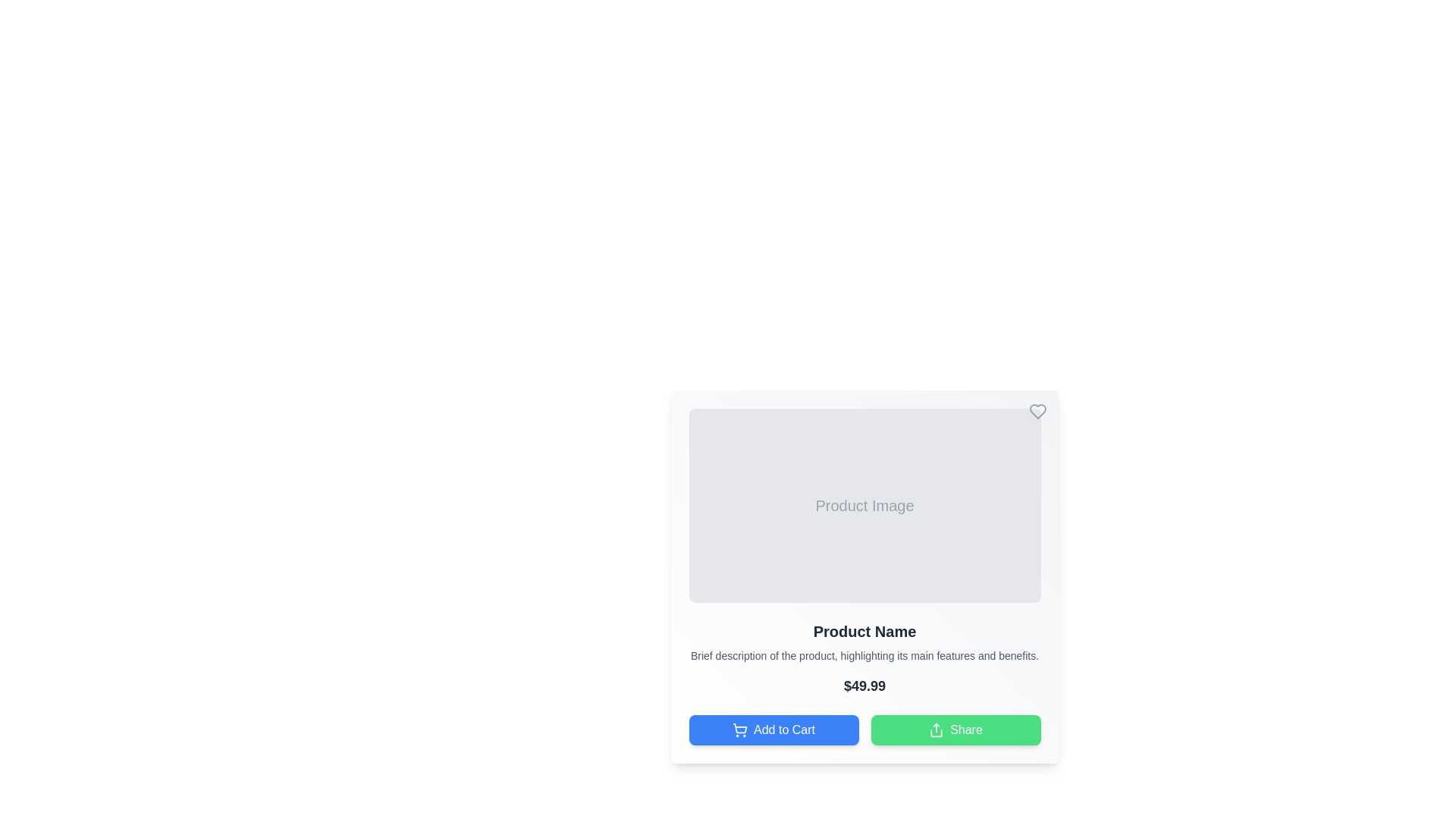 This screenshot has height=819, width=1456. What do you see at coordinates (1037, 412) in the screenshot?
I see `the heart outline icon button located at the top-right corner of the product card to trigger a visual feedback animation` at bounding box center [1037, 412].